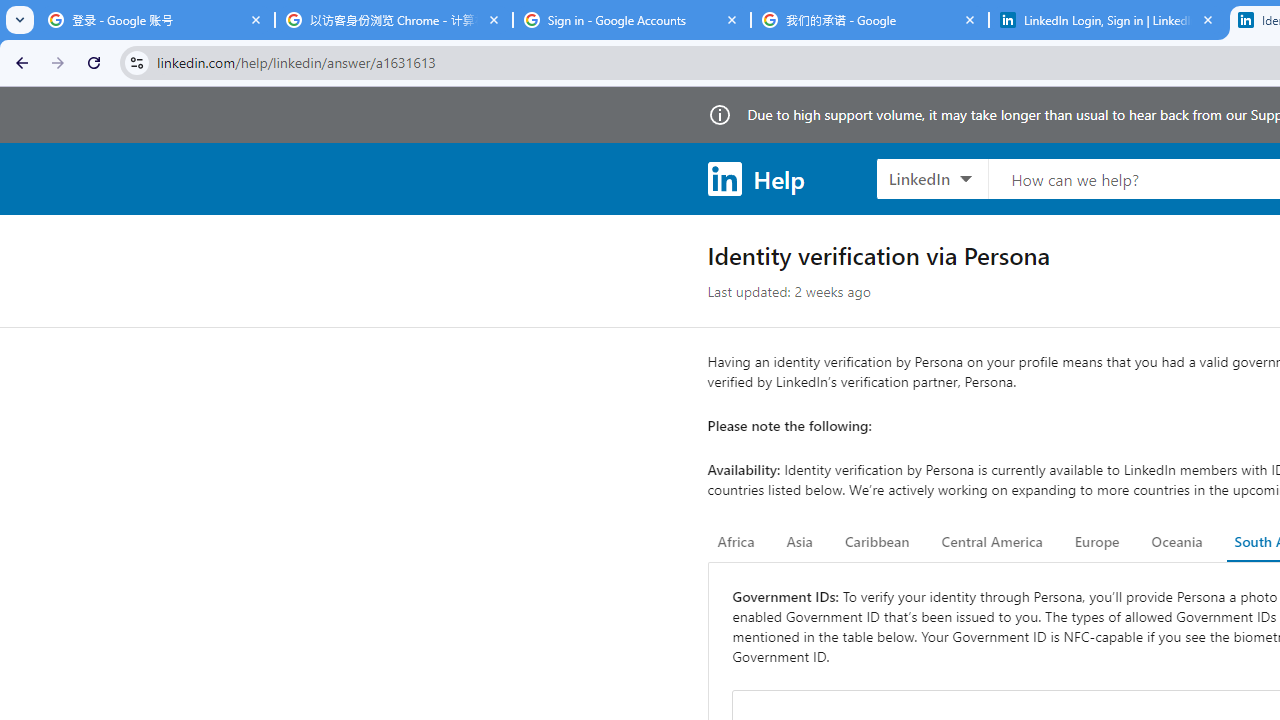  What do you see at coordinates (992, 542) in the screenshot?
I see `'Central America'` at bounding box center [992, 542].